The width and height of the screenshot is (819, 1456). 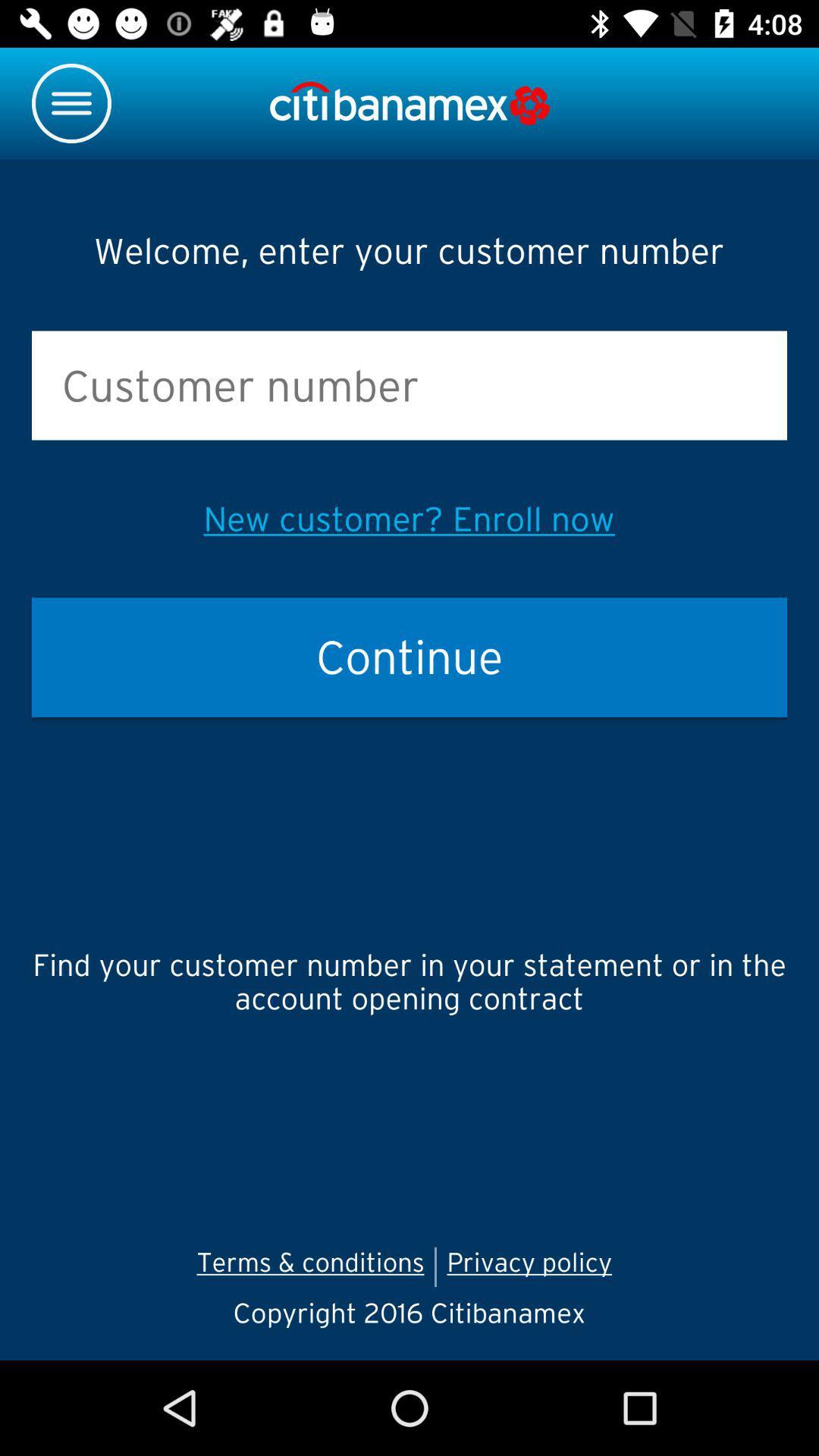 What do you see at coordinates (409, 385) in the screenshot?
I see `customer number box` at bounding box center [409, 385].